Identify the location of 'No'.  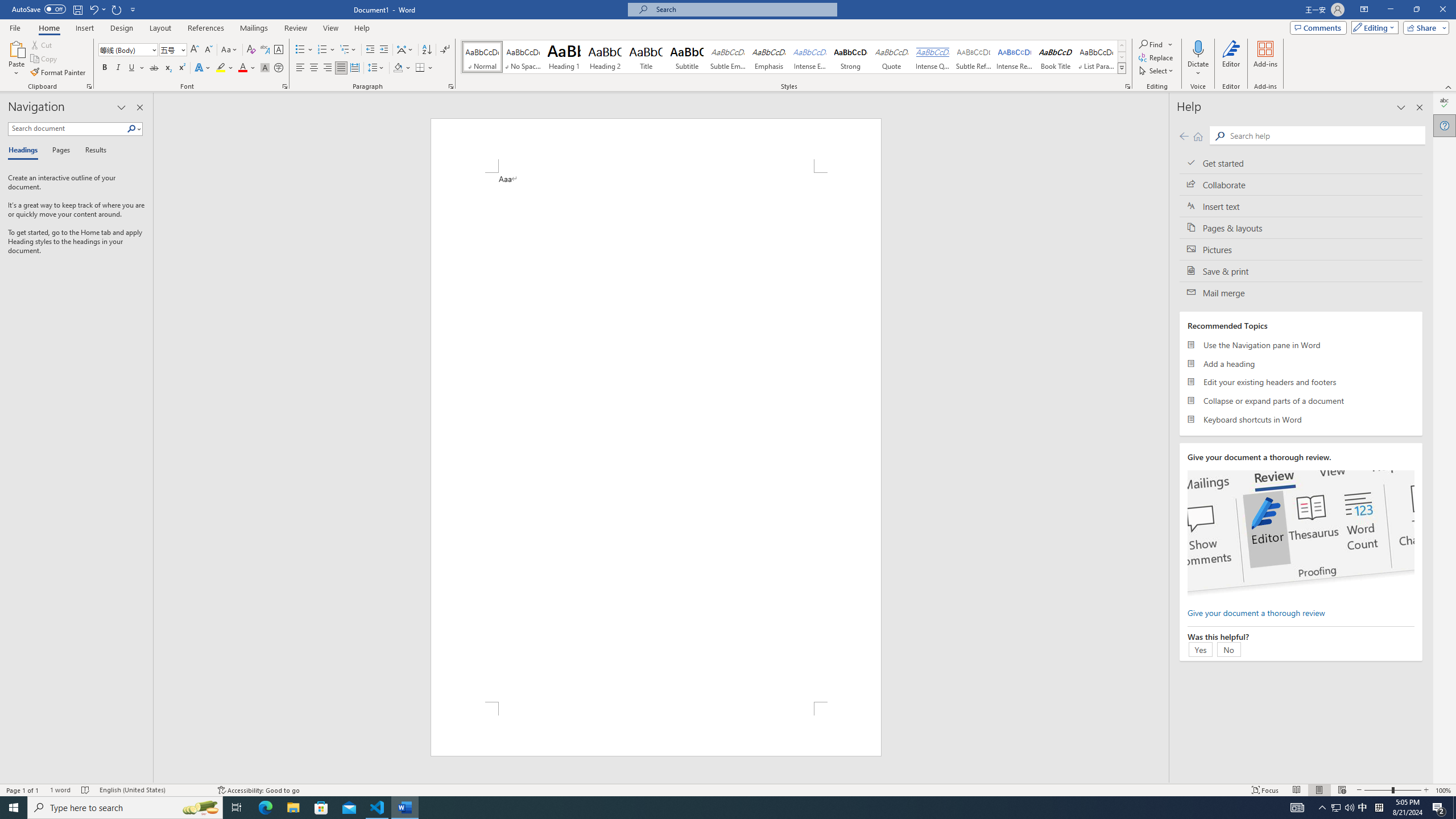
(1228, 649).